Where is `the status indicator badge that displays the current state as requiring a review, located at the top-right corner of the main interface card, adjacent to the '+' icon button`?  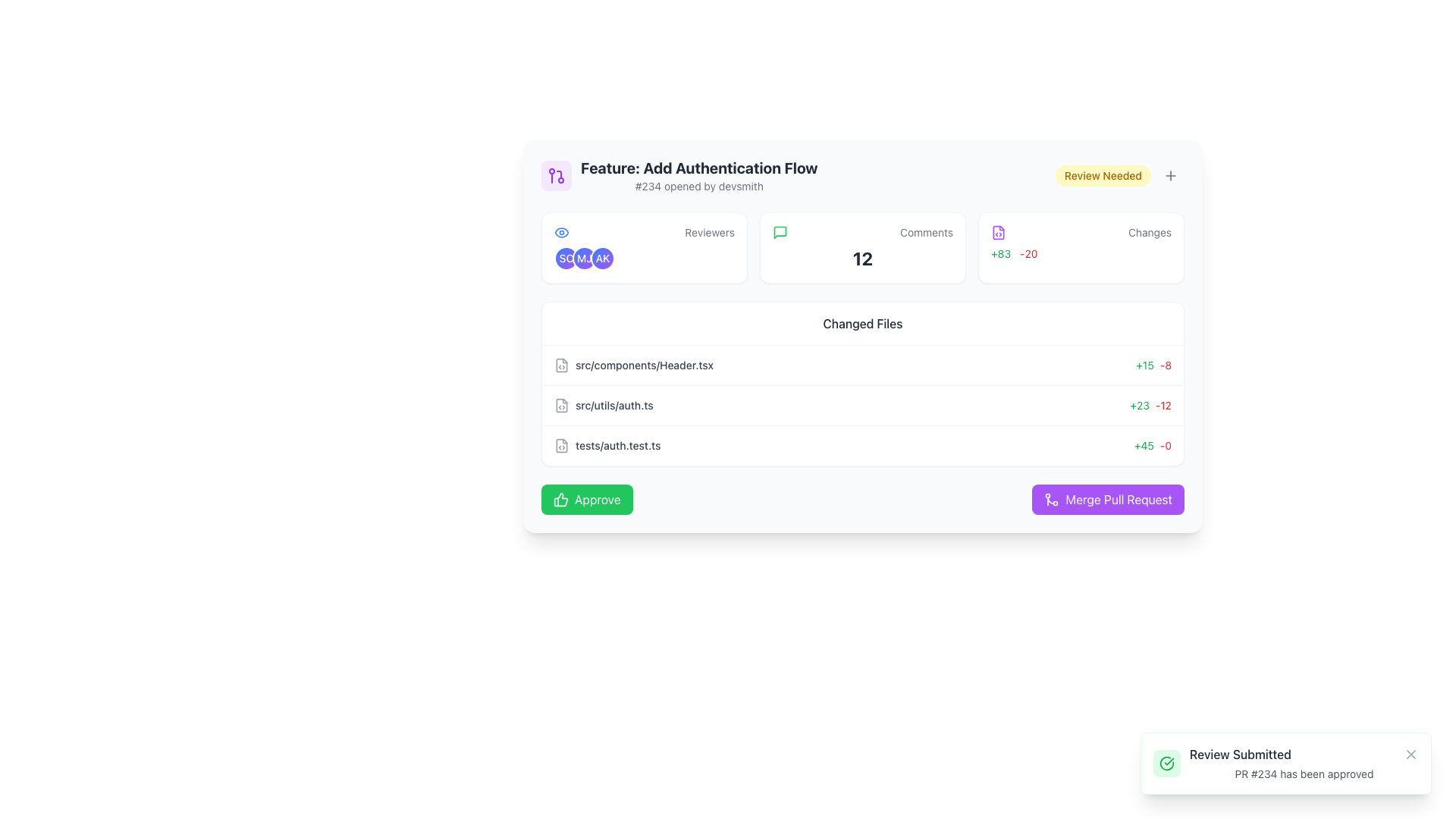 the status indicator badge that displays the current state as requiring a review, located at the top-right corner of the main interface card, adjacent to the '+' icon button is located at coordinates (1103, 174).